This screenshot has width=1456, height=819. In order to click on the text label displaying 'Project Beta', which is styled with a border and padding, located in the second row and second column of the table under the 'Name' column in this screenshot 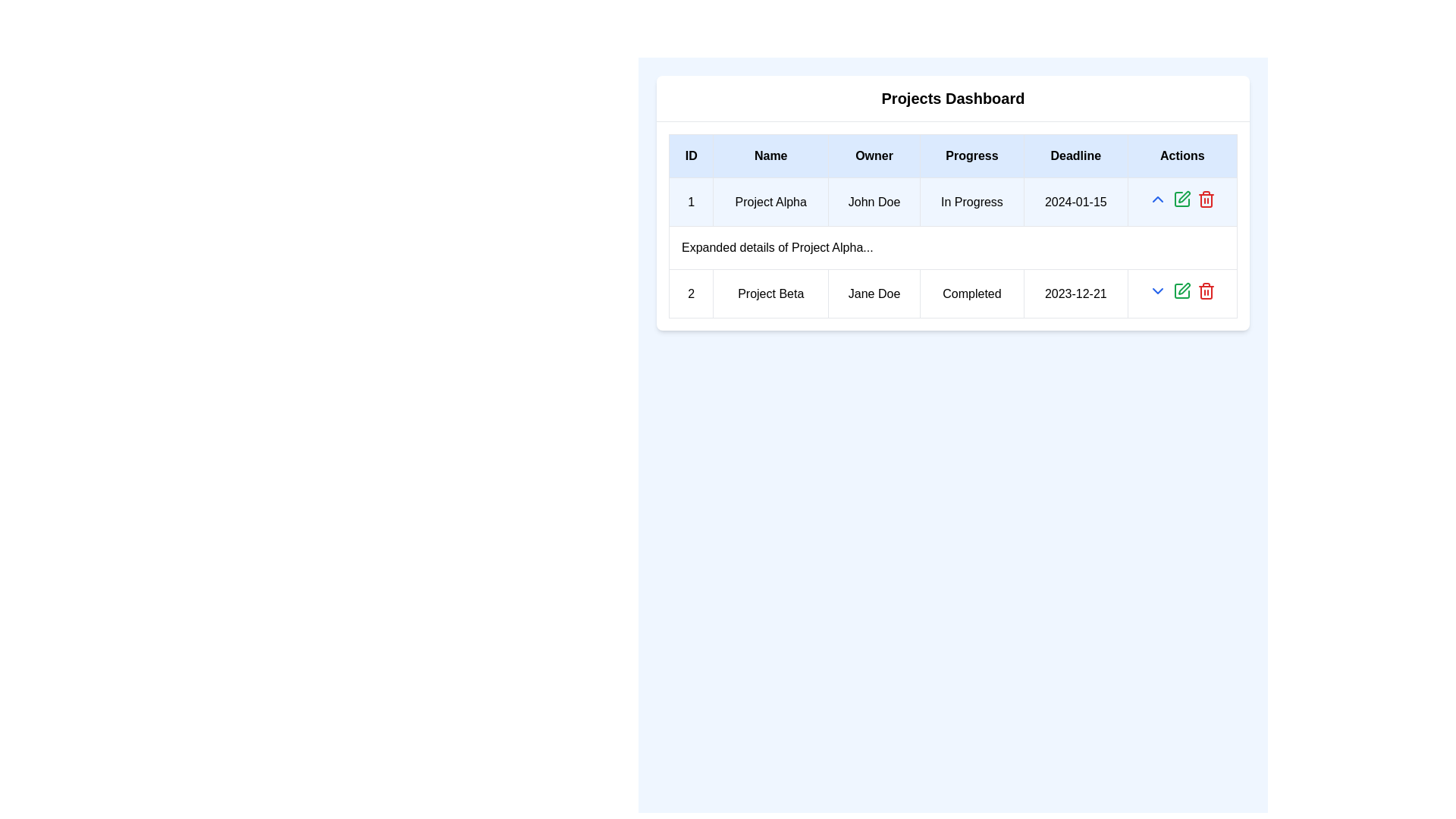, I will do `click(770, 293)`.